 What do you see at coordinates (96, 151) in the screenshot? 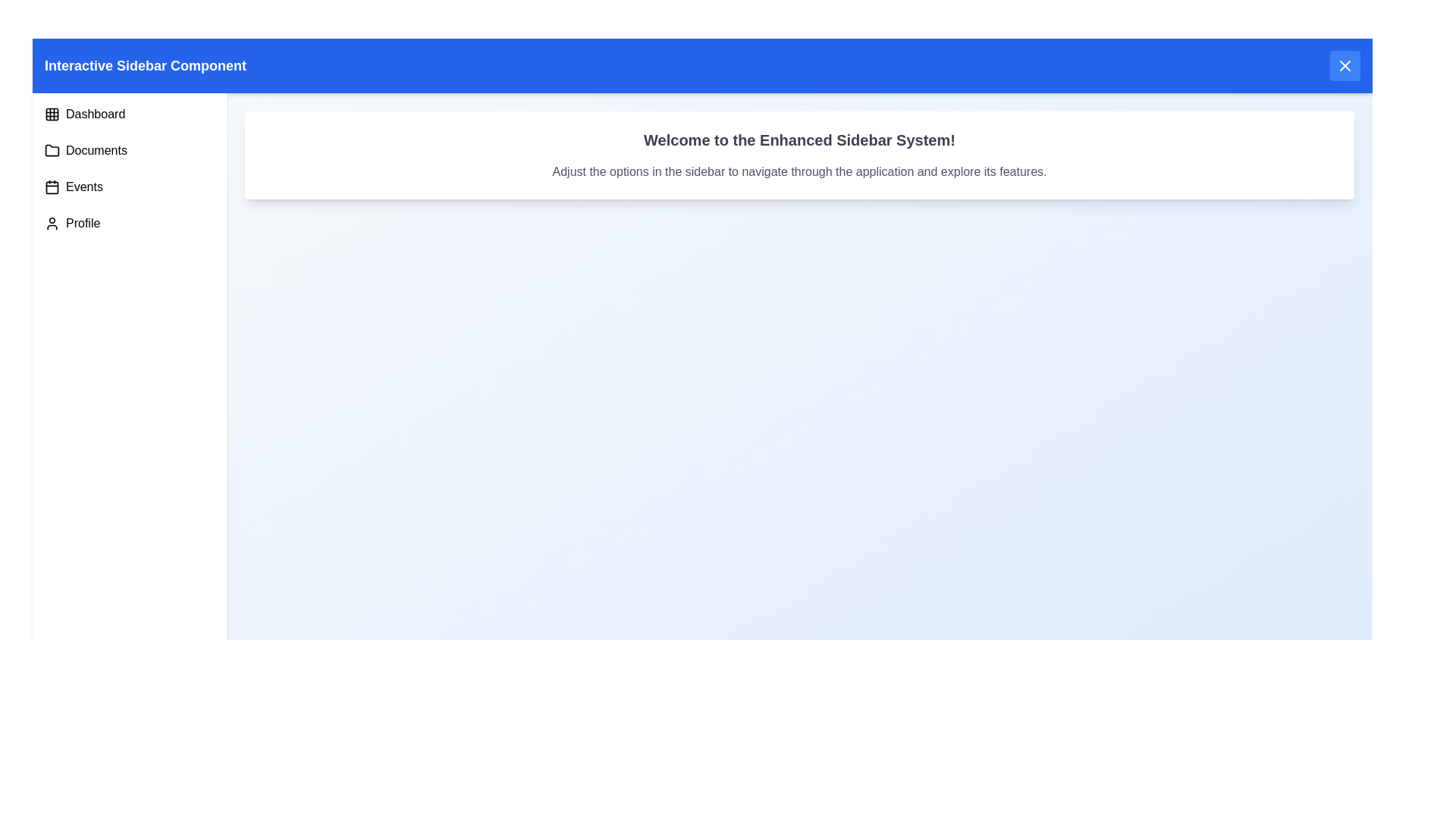
I see `the 'Documents' text label in the sidebar, which is the second item below 'Dashboard' and above 'Events'` at bounding box center [96, 151].